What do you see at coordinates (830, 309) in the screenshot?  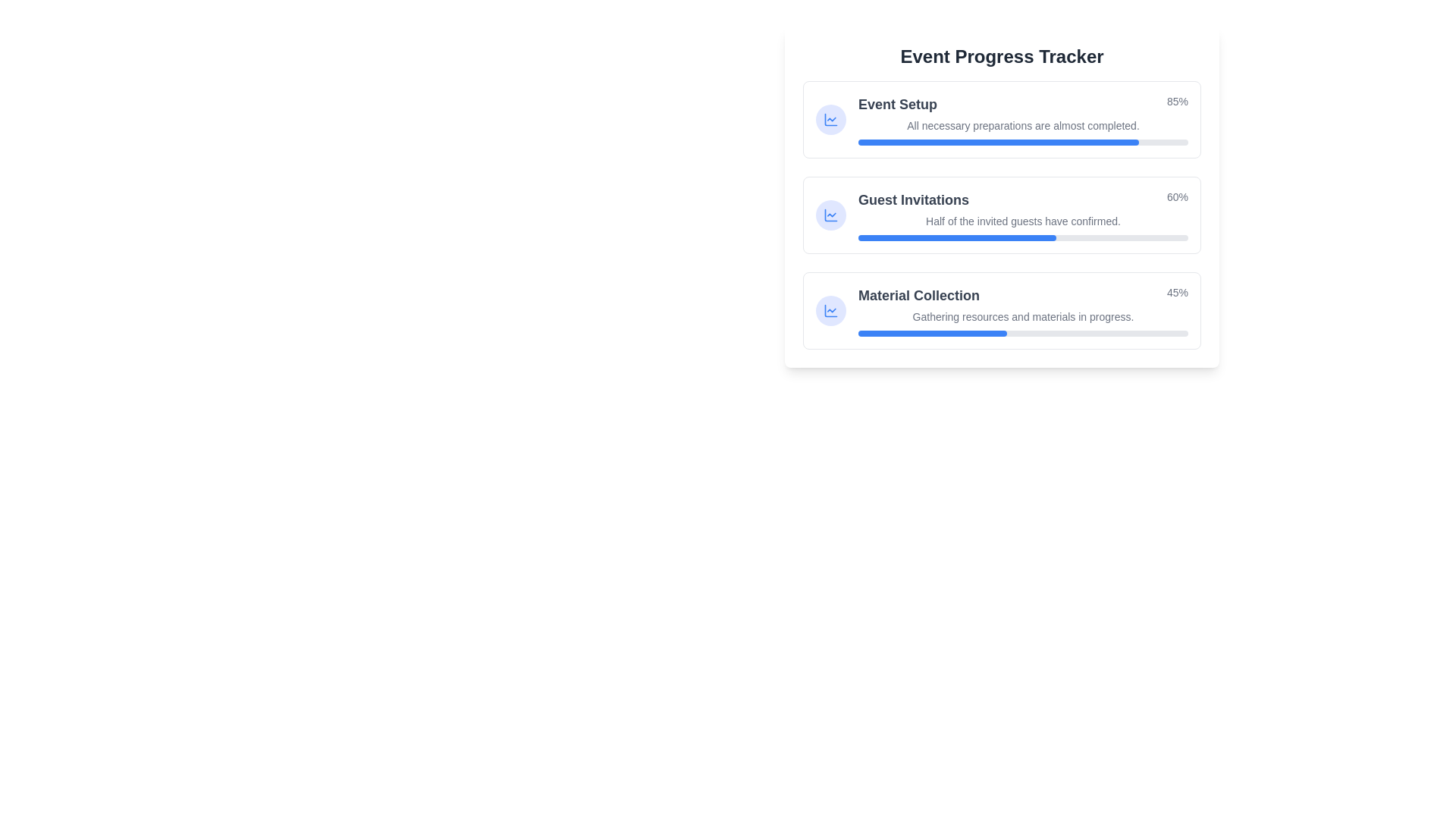 I see `the circular icon with a light indigo background and a blue line chart symbol, located at the left edge of the 'Material Collection' section` at bounding box center [830, 309].